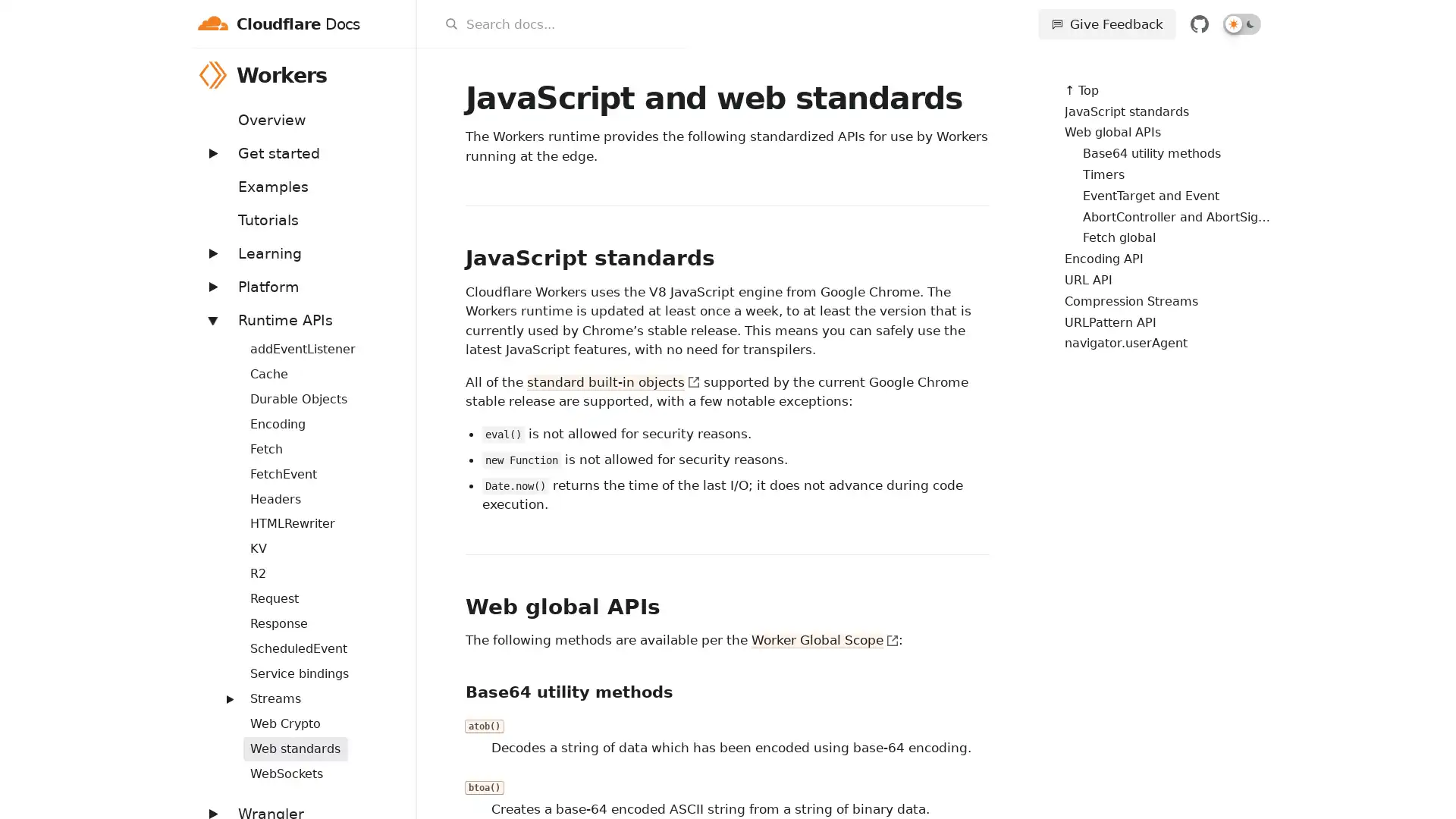 The height and width of the screenshot is (819, 1456). Describe the element at coordinates (221, 640) in the screenshot. I see `Expand: Routing` at that location.